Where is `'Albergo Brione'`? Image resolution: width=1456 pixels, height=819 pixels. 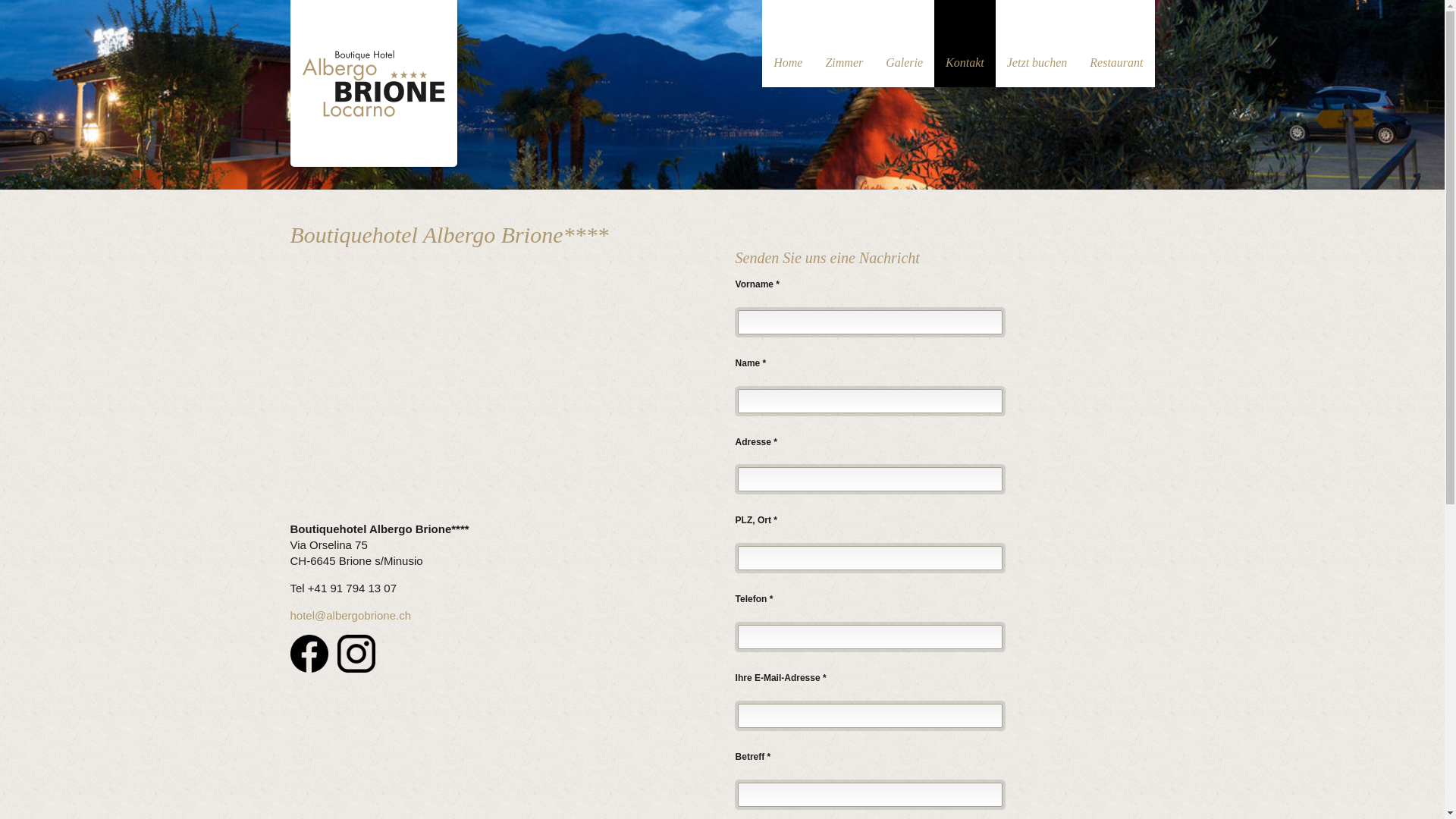 'Albergo Brione' is located at coordinates (372, 80).